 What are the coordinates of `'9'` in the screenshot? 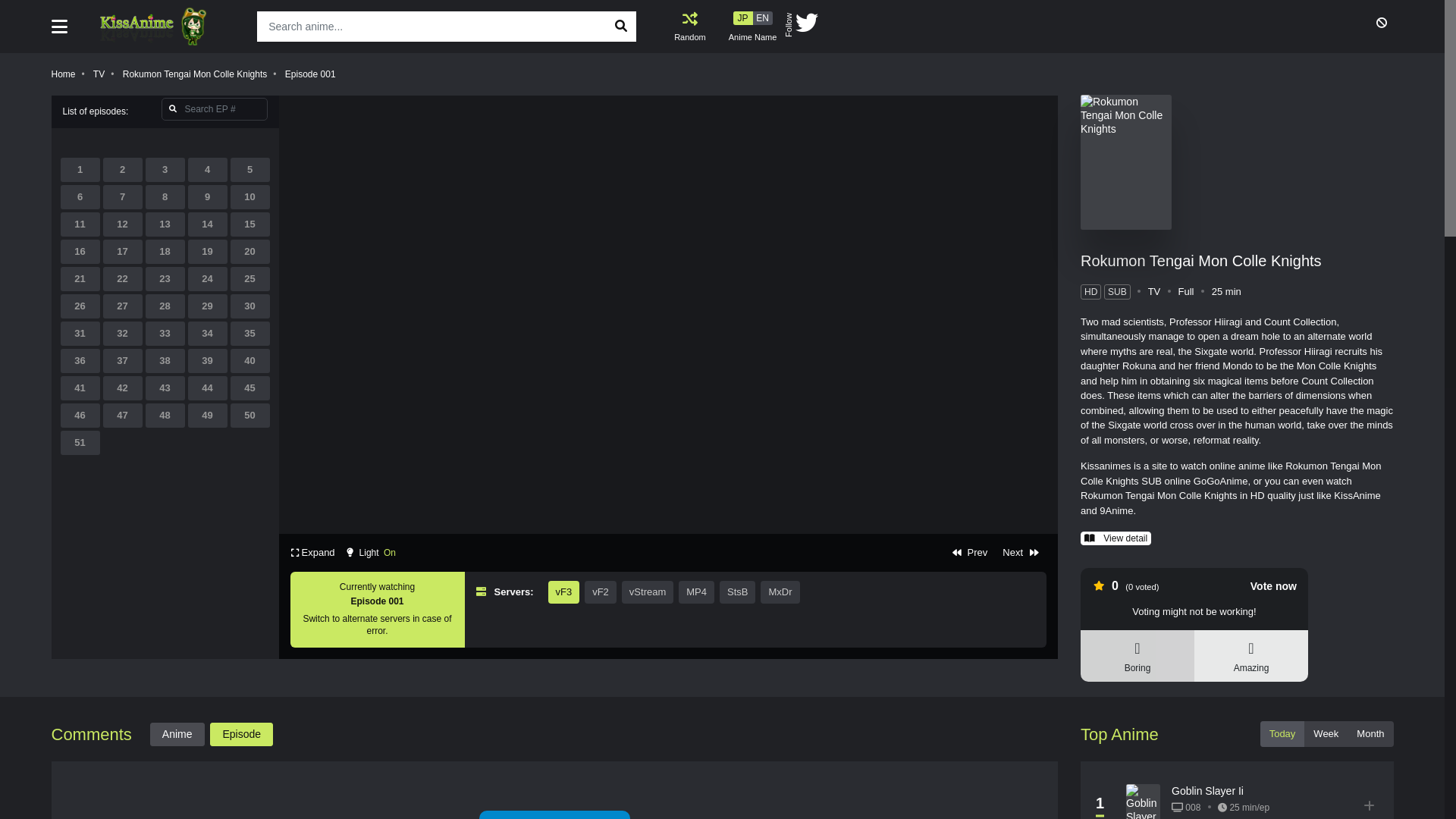 It's located at (187, 196).